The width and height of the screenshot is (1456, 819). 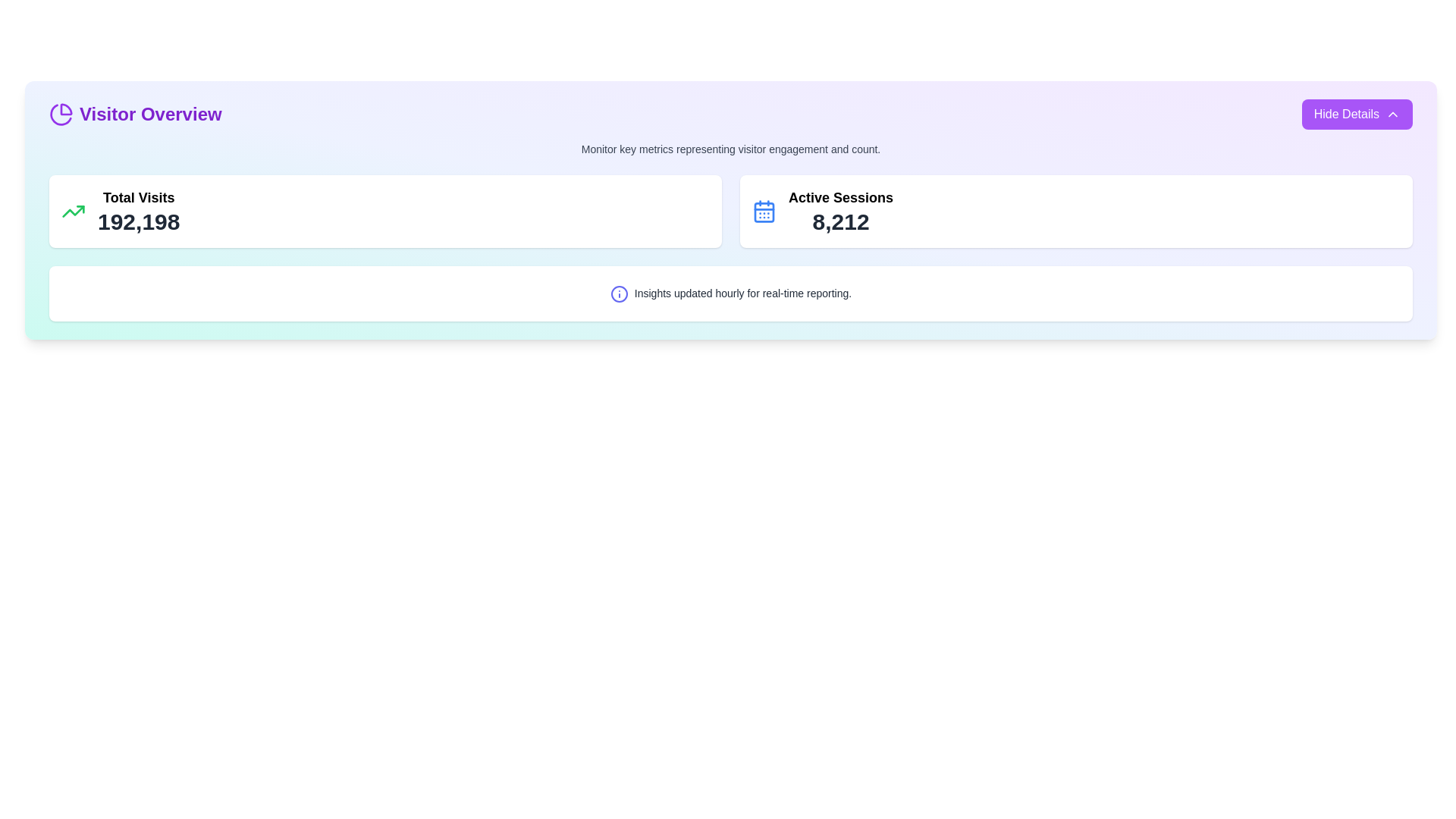 What do you see at coordinates (742, 293) in the screenshot?
I see `the text label that reads 'Insights updated hourly for real-time reporting.' which is styled with a gray font color and located towards the center of a white background section at the bottom of a dashboard panel` at bounding box center [742, 293].